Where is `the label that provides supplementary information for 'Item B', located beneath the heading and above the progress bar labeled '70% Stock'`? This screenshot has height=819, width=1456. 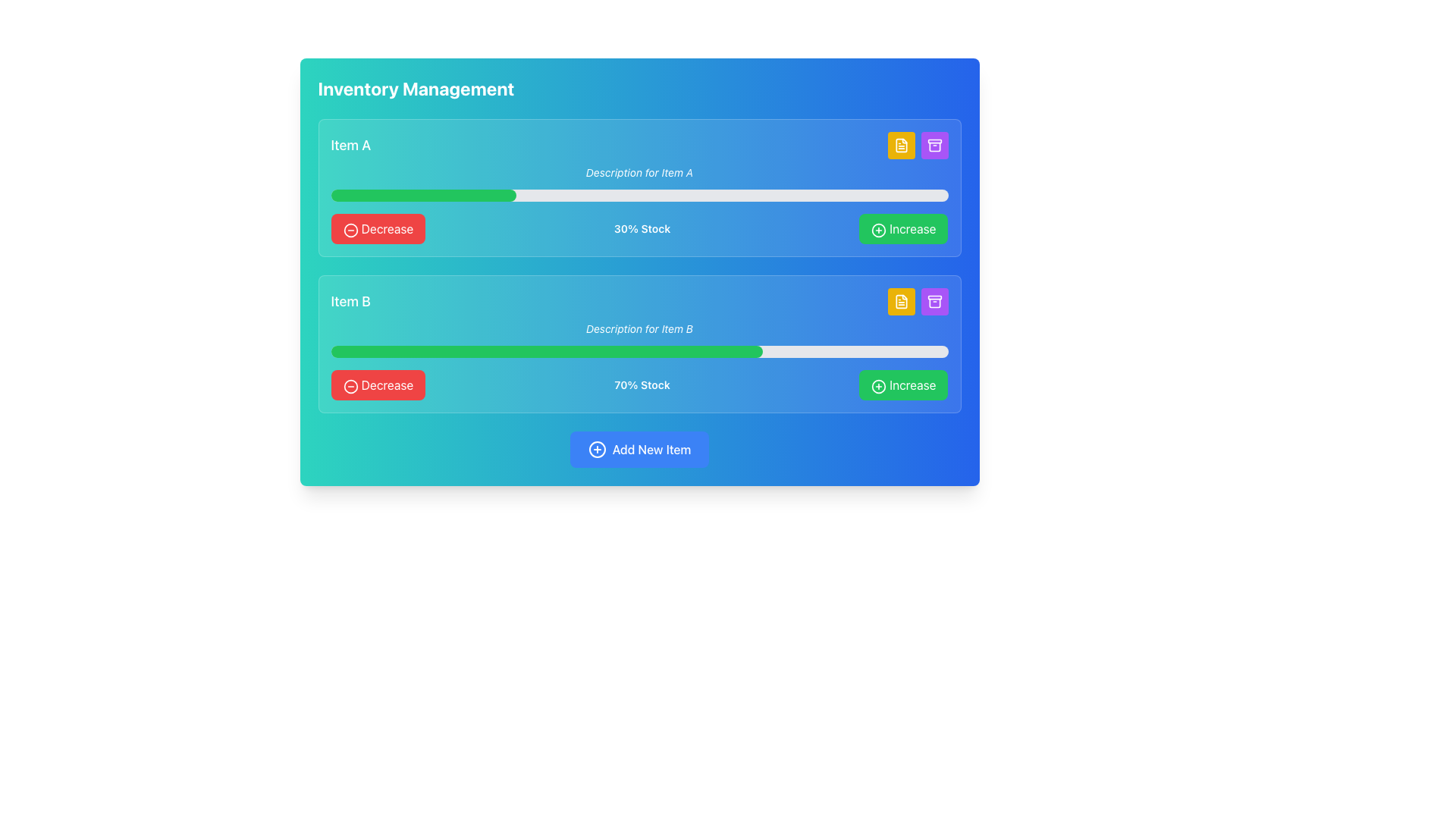
the label that provides supplementary information for 'Item B', located beneath the heading and above the progress bar labeled '70% Stock' is located at coordinates (639, 328).